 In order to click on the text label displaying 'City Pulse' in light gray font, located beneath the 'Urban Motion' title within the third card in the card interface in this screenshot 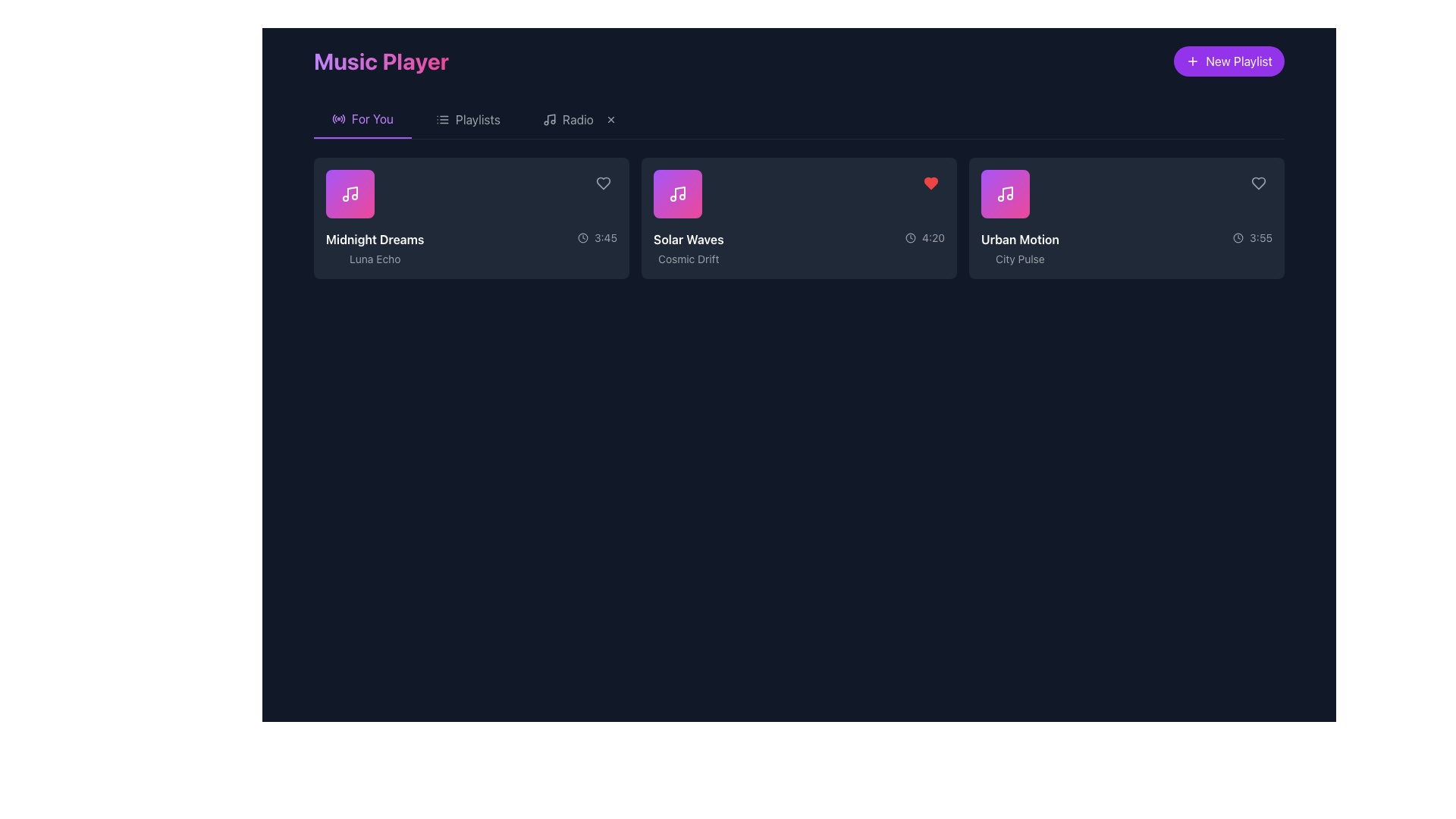, I will do `click(1020, 259)`.